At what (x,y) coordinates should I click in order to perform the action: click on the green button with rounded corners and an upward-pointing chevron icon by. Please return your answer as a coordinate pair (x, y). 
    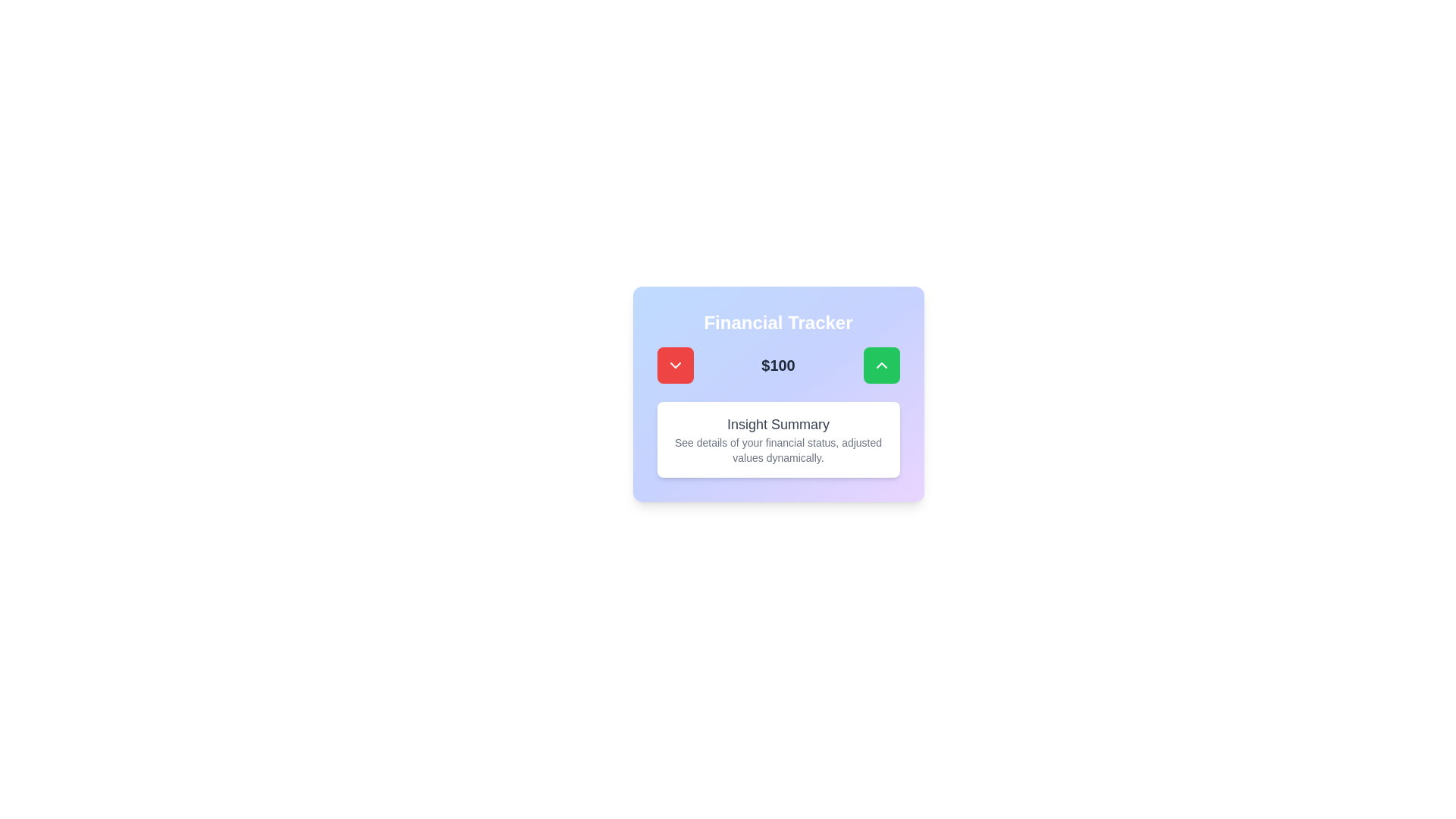
    Looking at the image, I should click on (881, 366).